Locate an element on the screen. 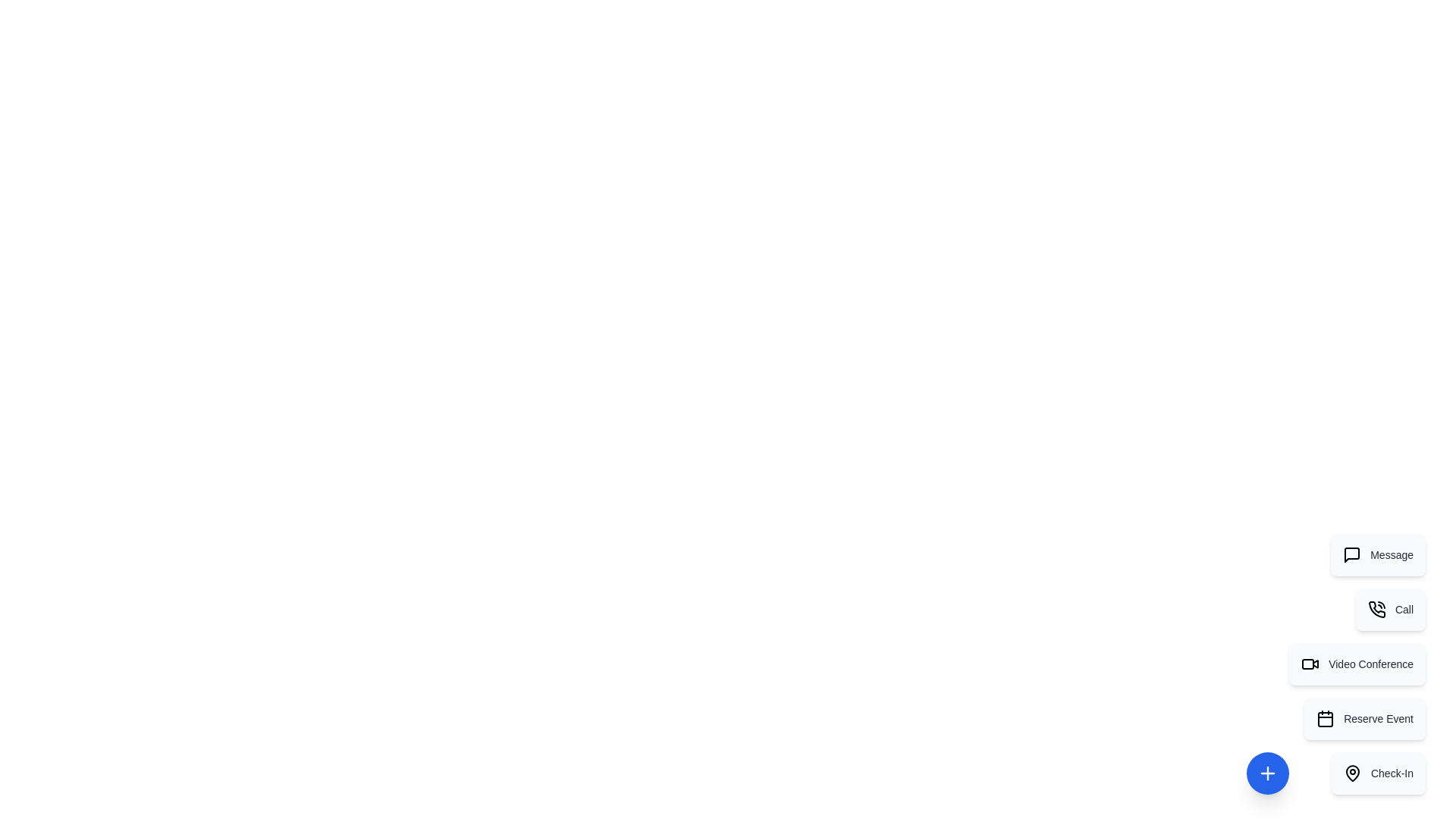  the action item Check-In from the menu is located at coordinates (1379, 773).